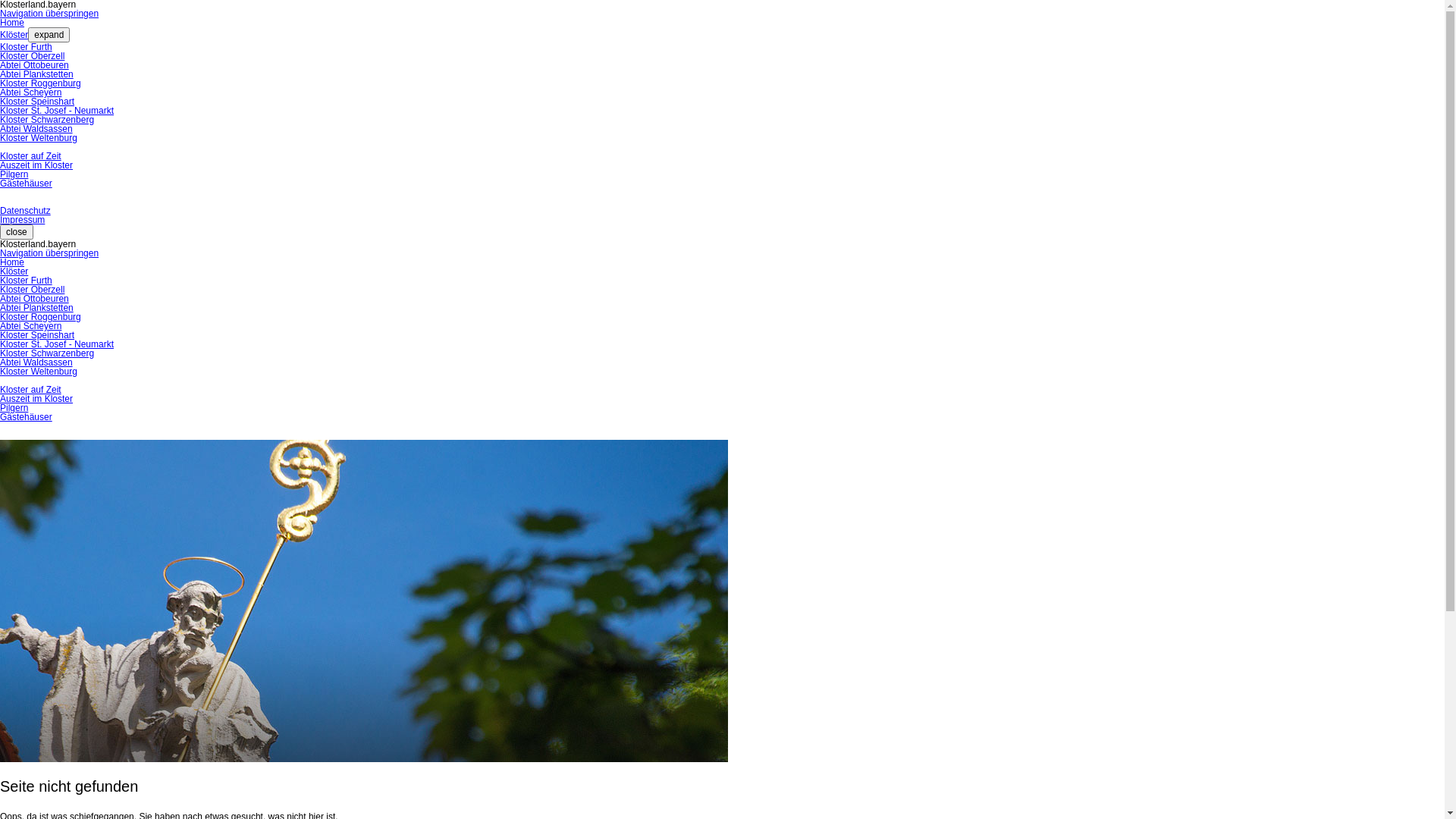  Describe the element at coordinates (34, 64) in the screenshot. I see `'Abtei Ottobeuren'` at that location.